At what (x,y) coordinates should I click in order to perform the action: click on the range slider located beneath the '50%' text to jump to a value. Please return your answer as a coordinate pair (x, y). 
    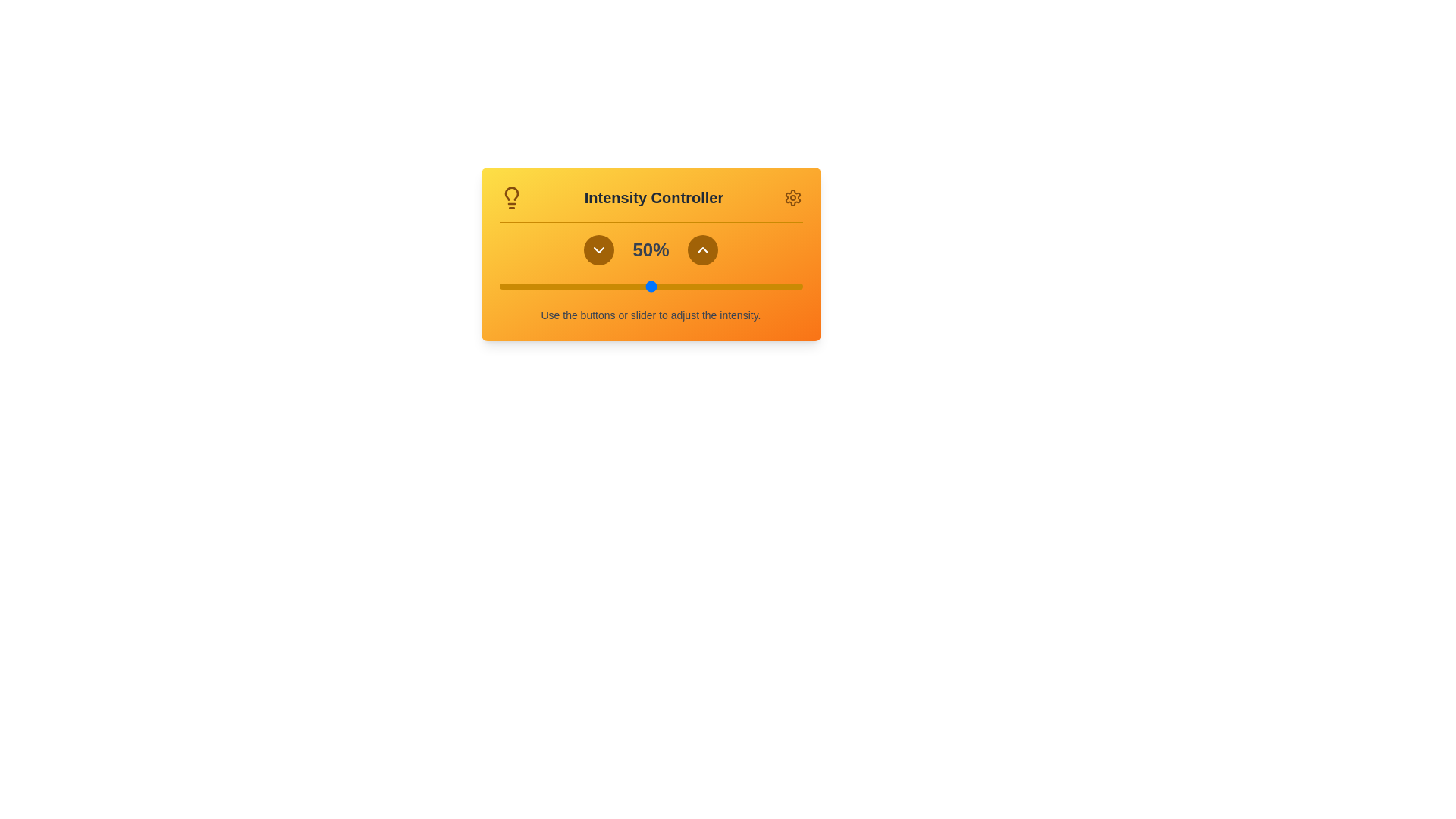
    Looking at the image, I should click on (651, 287).